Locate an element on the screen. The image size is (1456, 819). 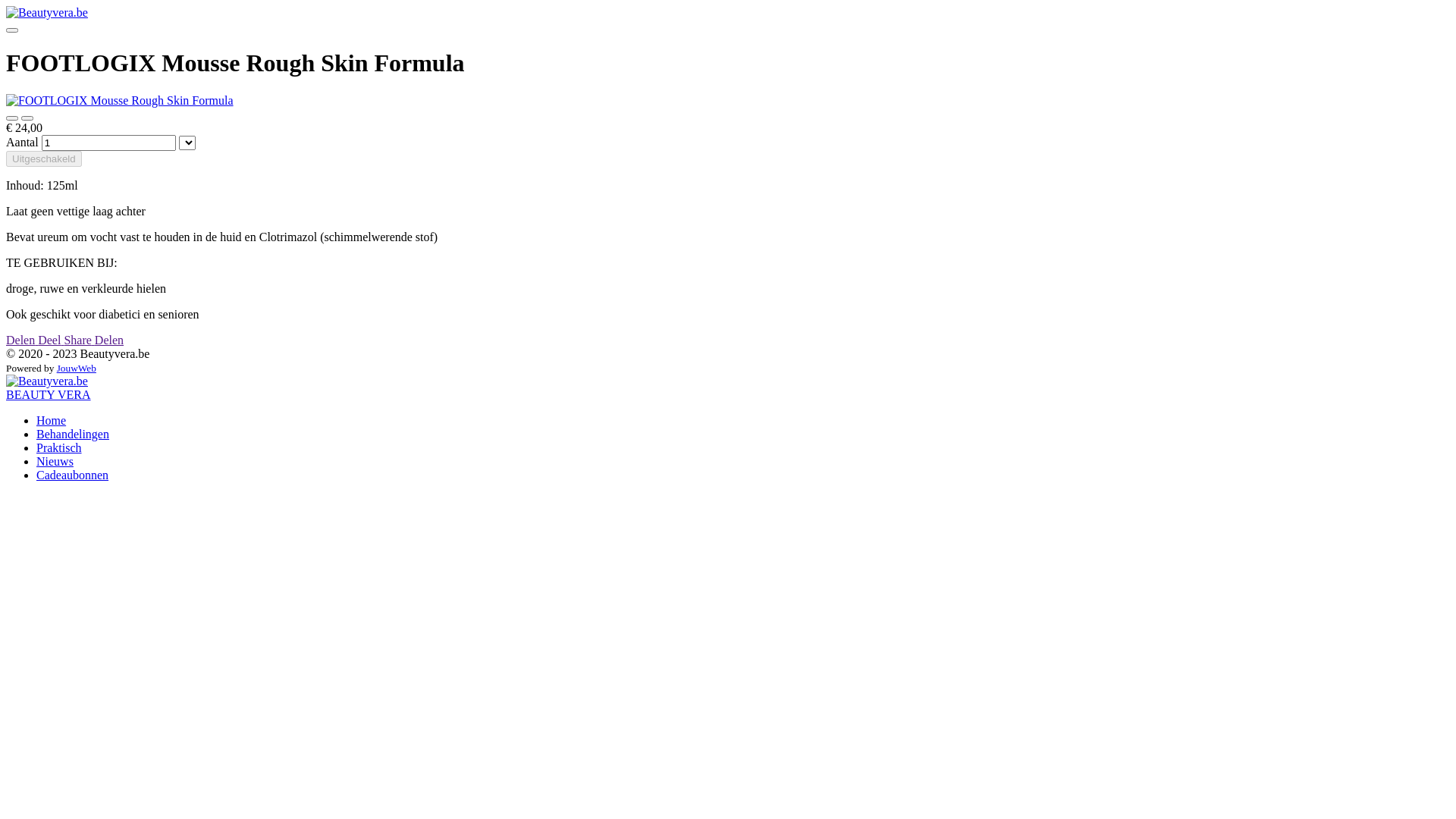
'Delen' is located at coordinates (21, 339).